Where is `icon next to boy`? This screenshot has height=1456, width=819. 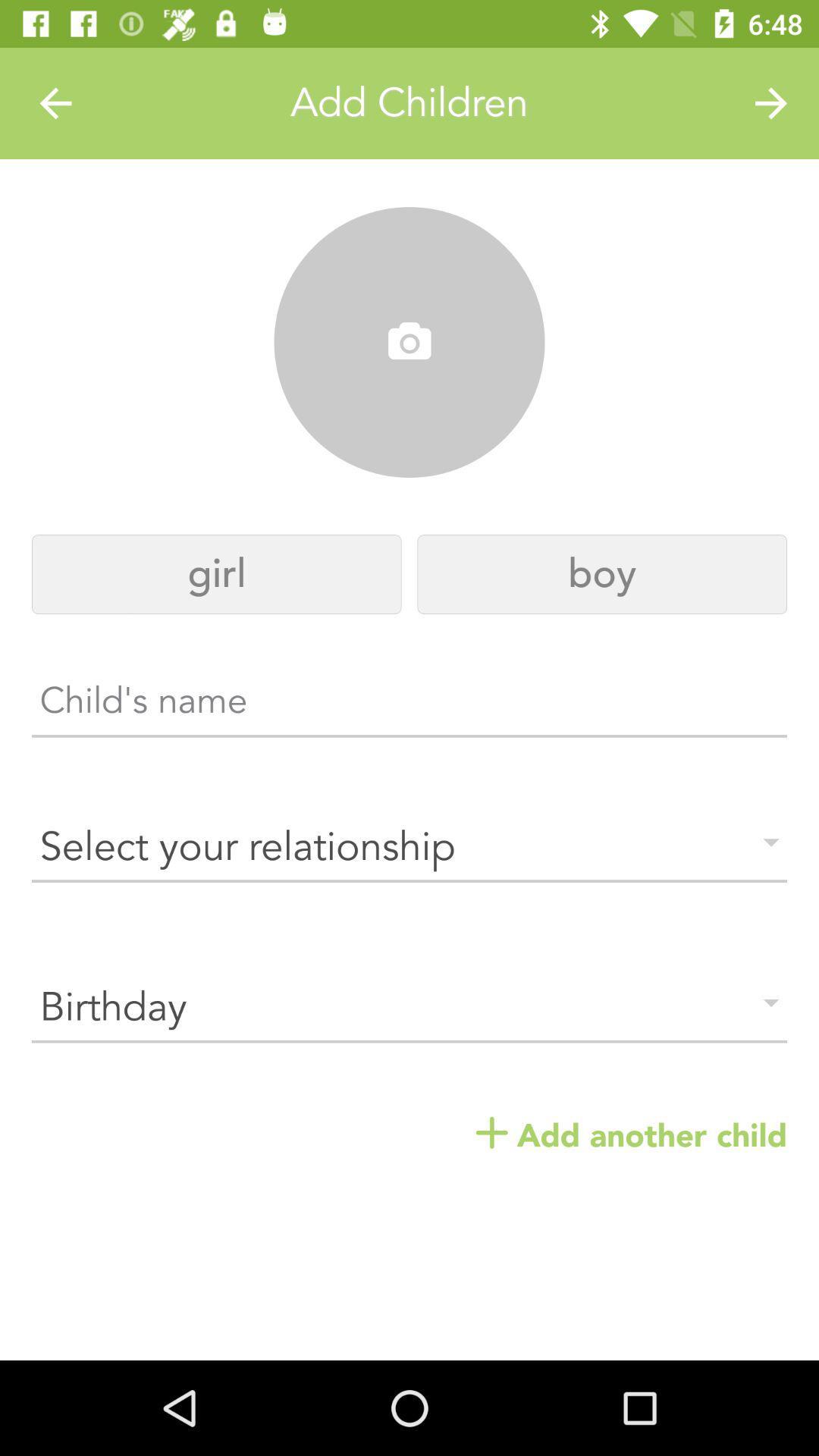
icon next to boy is located at coordinates (216, 573).